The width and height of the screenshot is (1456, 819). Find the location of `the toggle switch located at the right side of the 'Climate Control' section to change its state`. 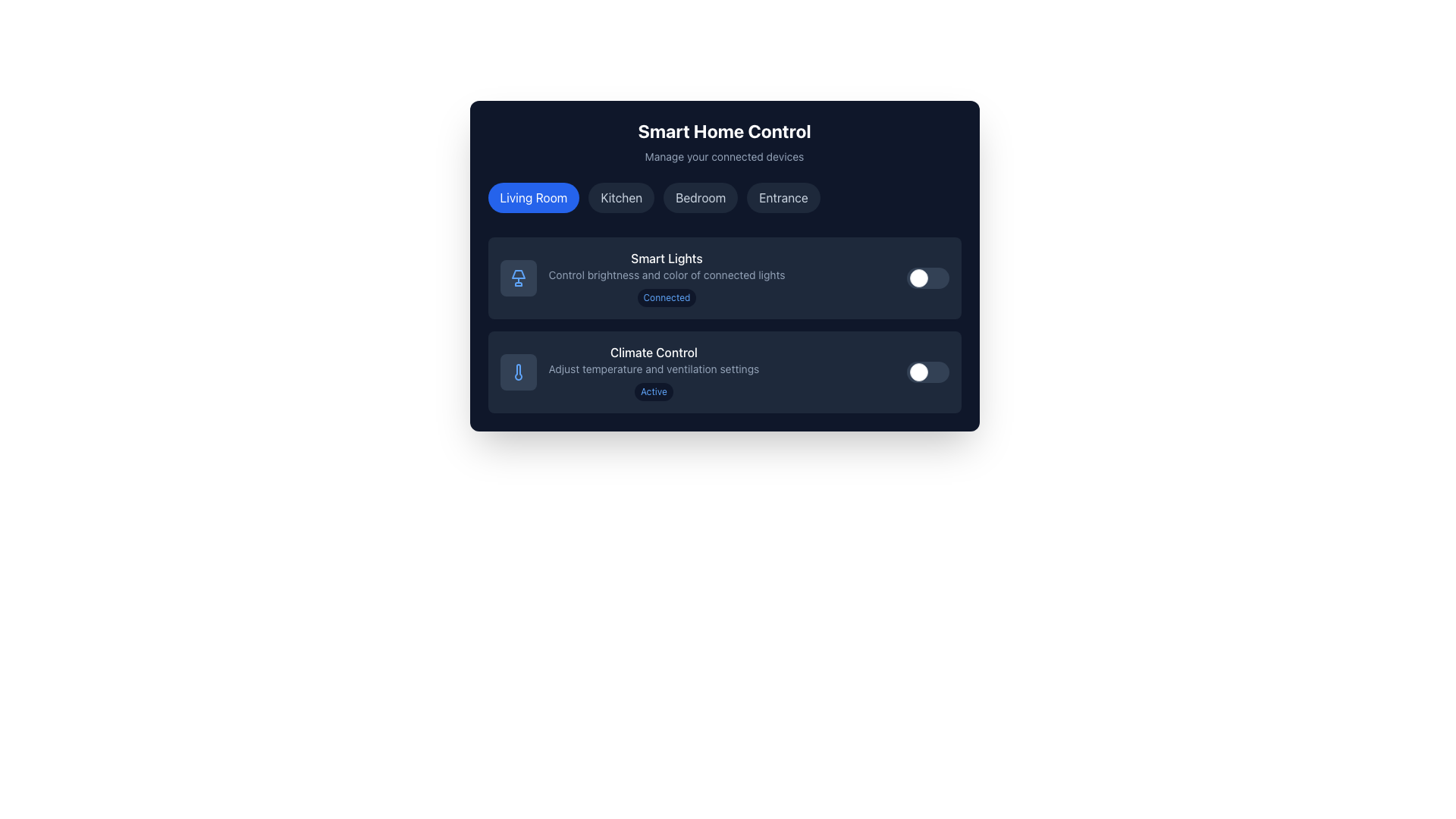

the toggle switch located at the right side of the 'Climate Control' section to change its state is located at coordinates (927, 372).